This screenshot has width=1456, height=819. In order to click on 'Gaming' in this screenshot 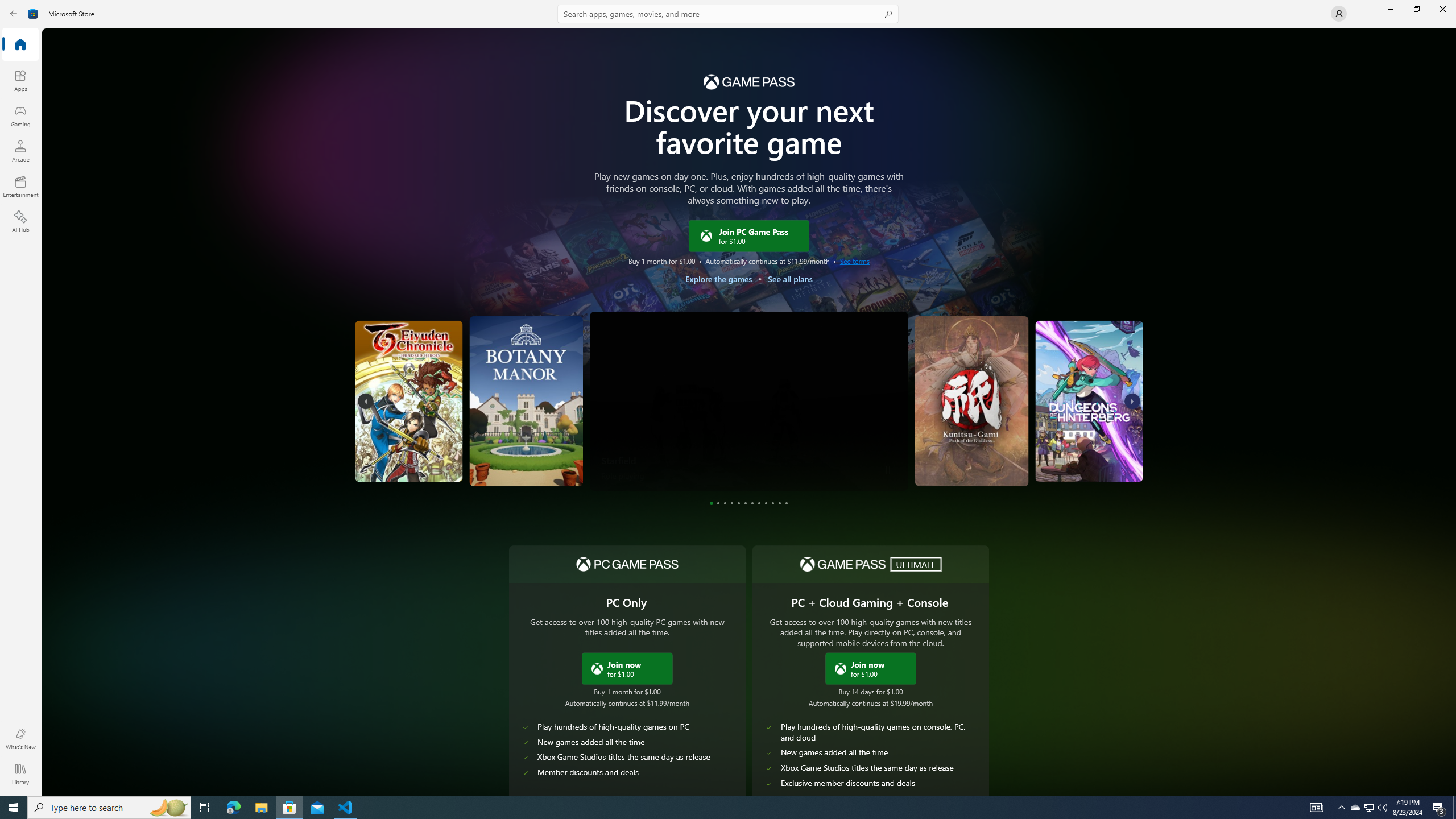, I will do `click(19, 115)`.